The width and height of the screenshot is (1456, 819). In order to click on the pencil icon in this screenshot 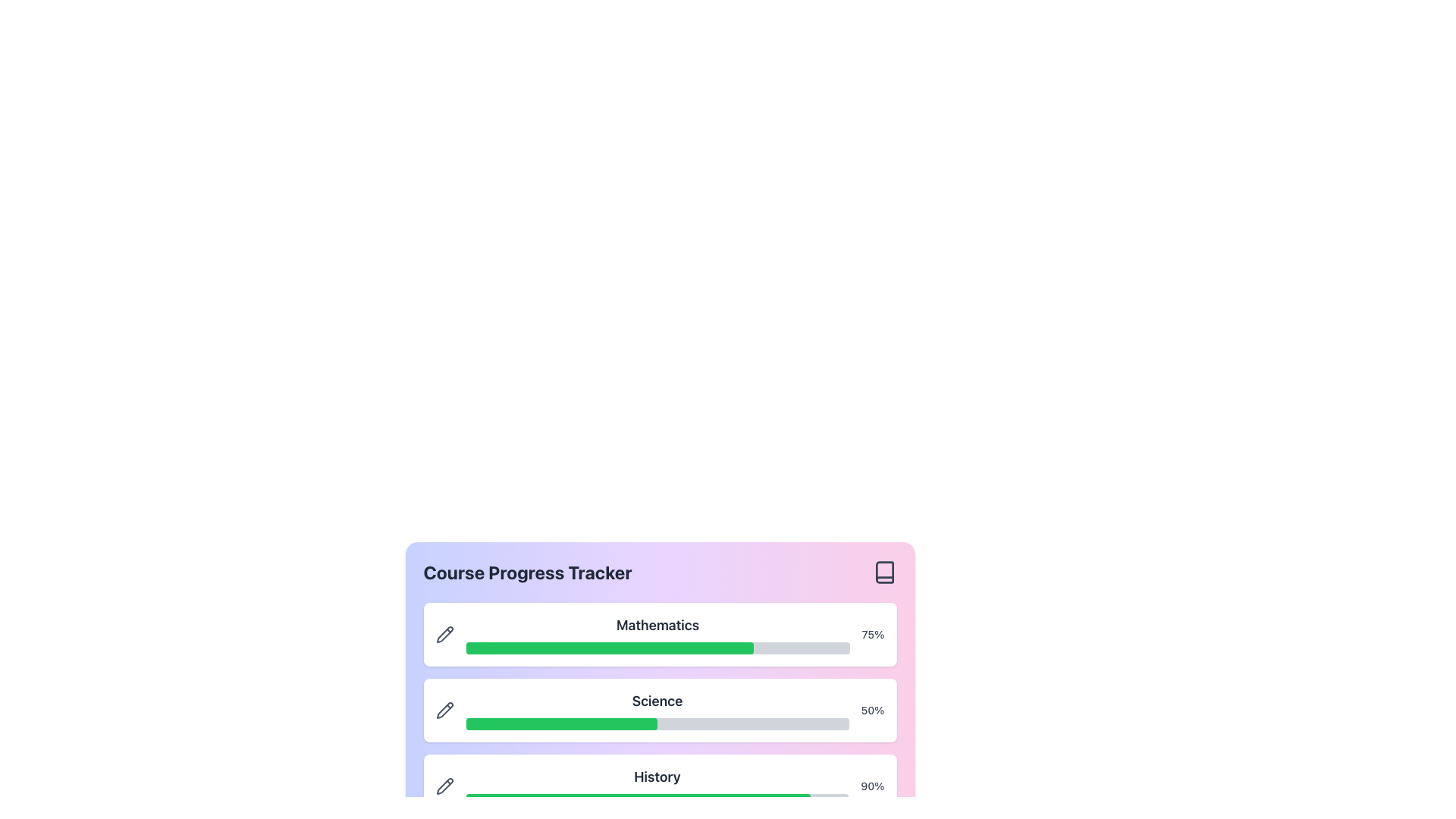, I will do `click(444, 711)`.